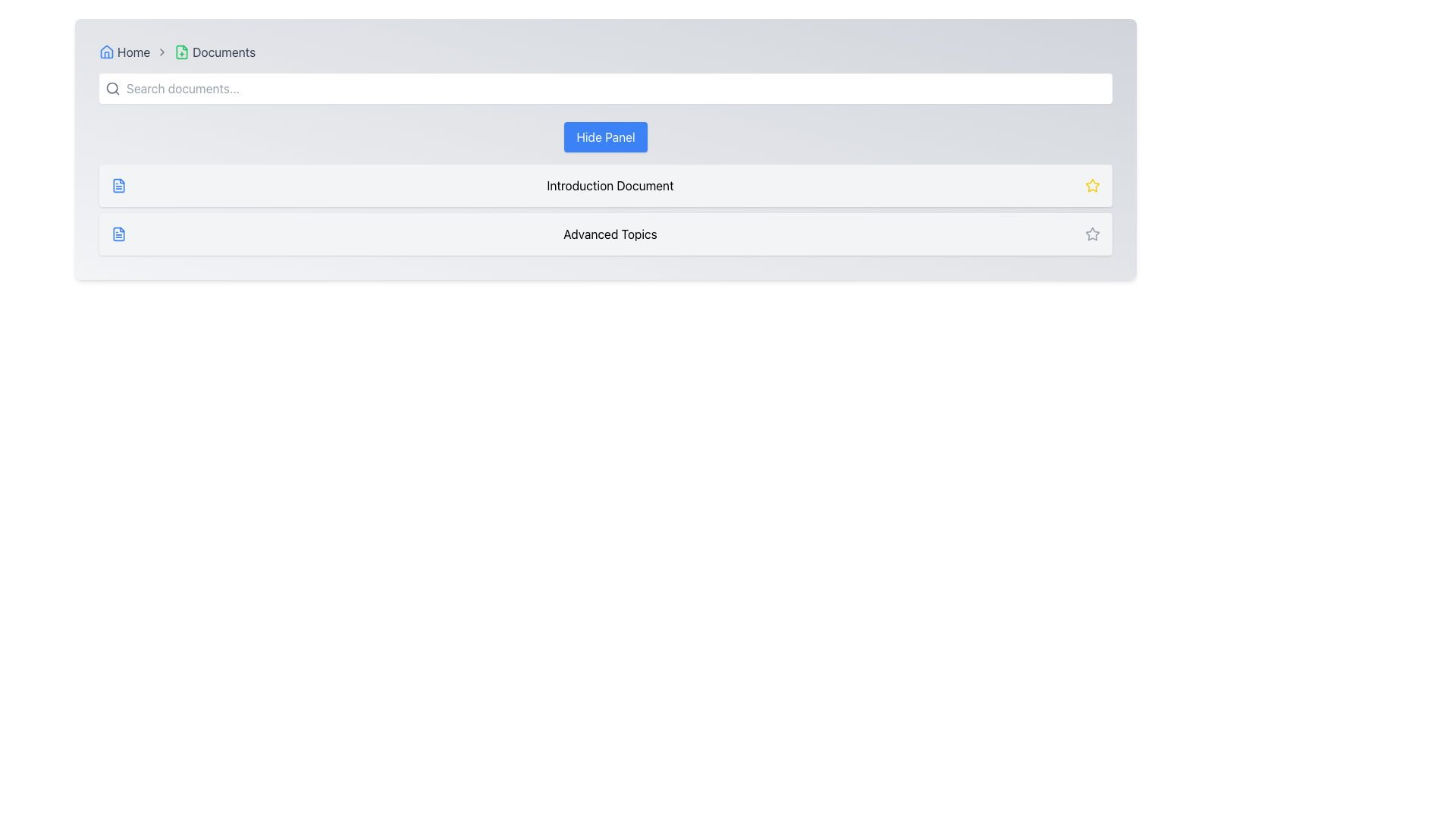  Describe the element at coordinates (214, 52) in the screenshot. I see `the 'Documents' text label in the breadcrumbs navigation bar, which is styled in dark-gray color and located adjacent to a green file icon with a plus sign` at that location.